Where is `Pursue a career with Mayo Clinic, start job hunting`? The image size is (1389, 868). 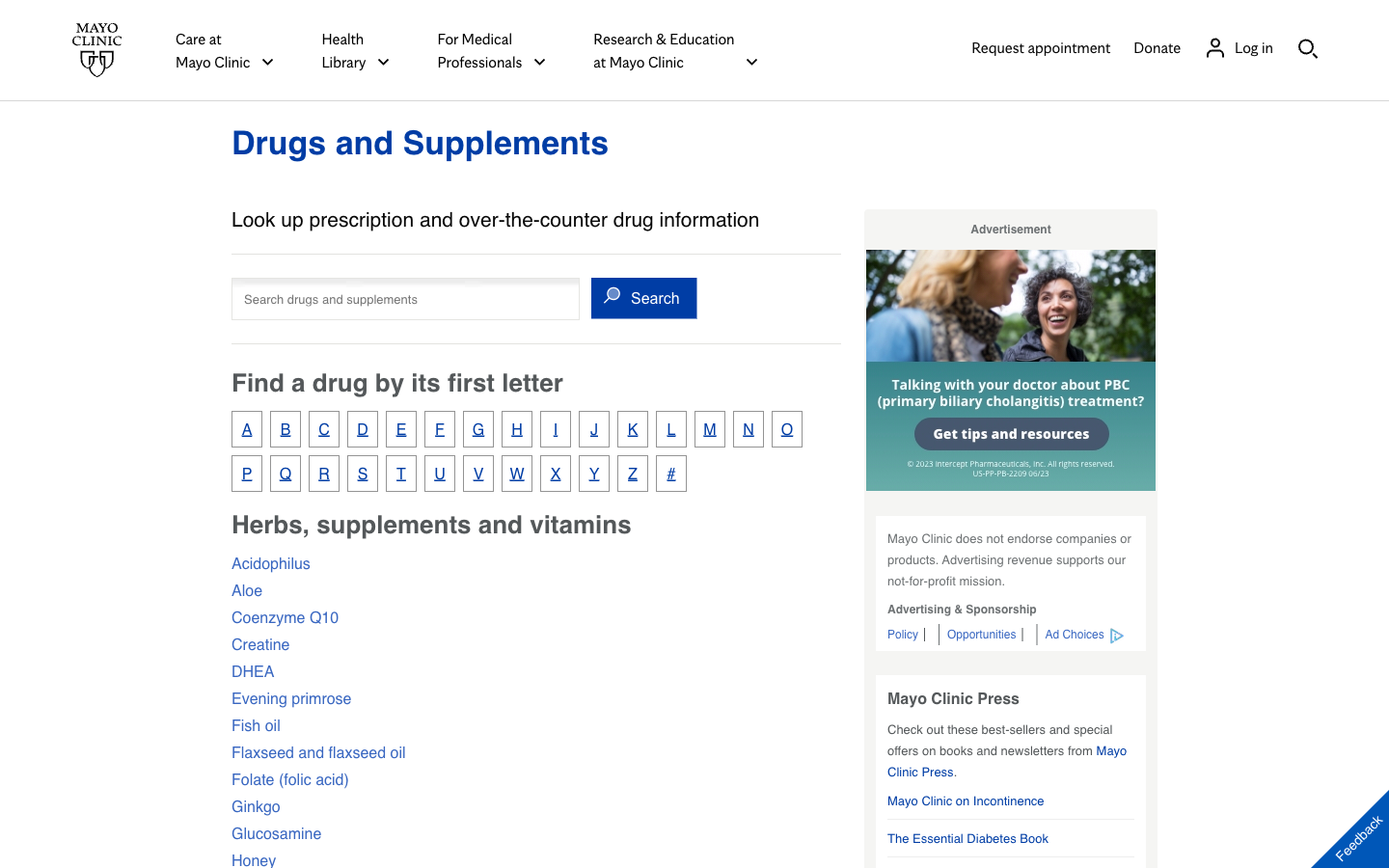
Pursue a career with Mayo Clinic, start job hunting is located at coordinates (983, 634).